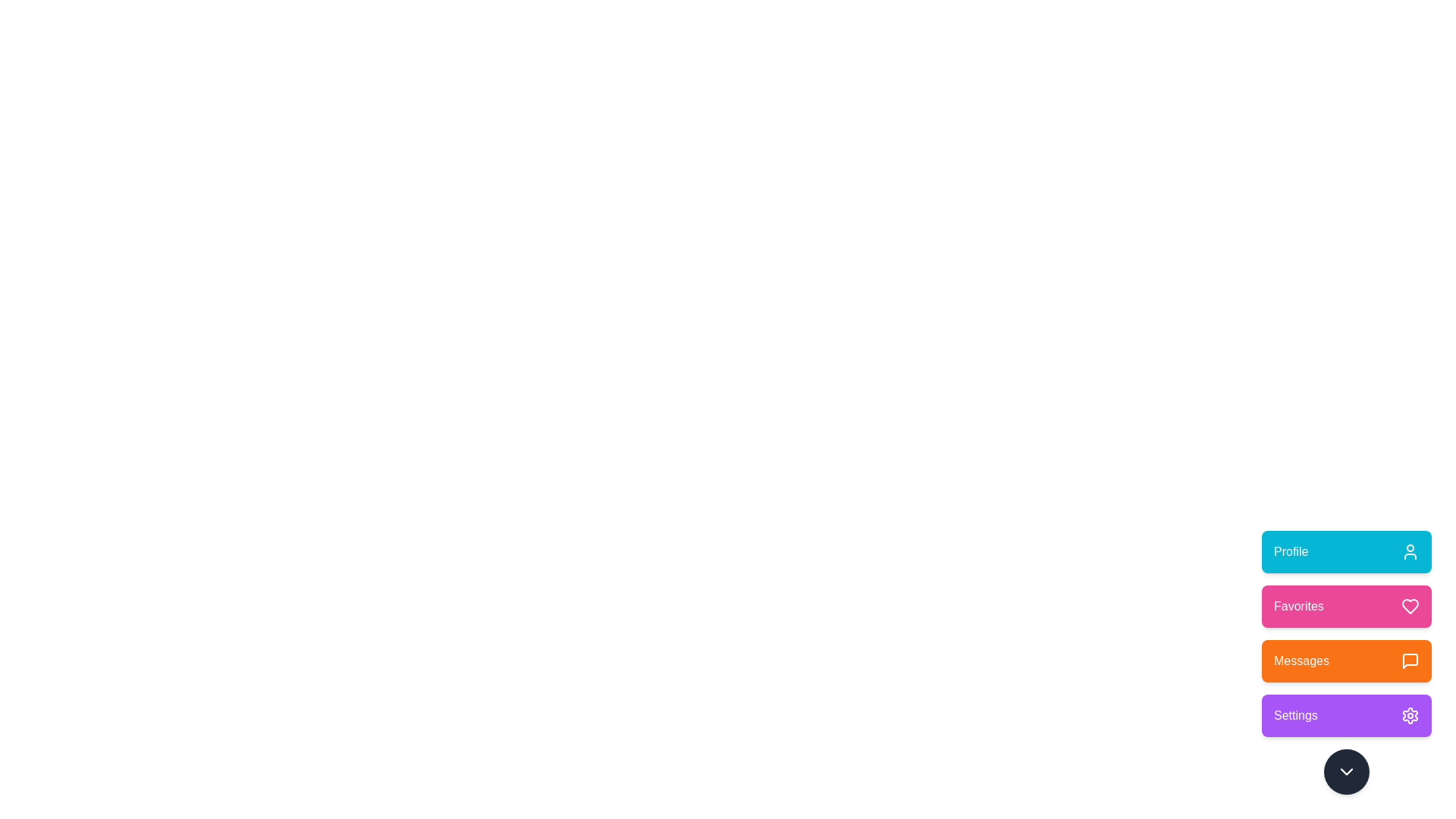 This screenshot has height=819, width=1456. Describe the element at coordinates (1347, 716) in the screenshot. I see `the Settings button to observe its hover effect` at that location.